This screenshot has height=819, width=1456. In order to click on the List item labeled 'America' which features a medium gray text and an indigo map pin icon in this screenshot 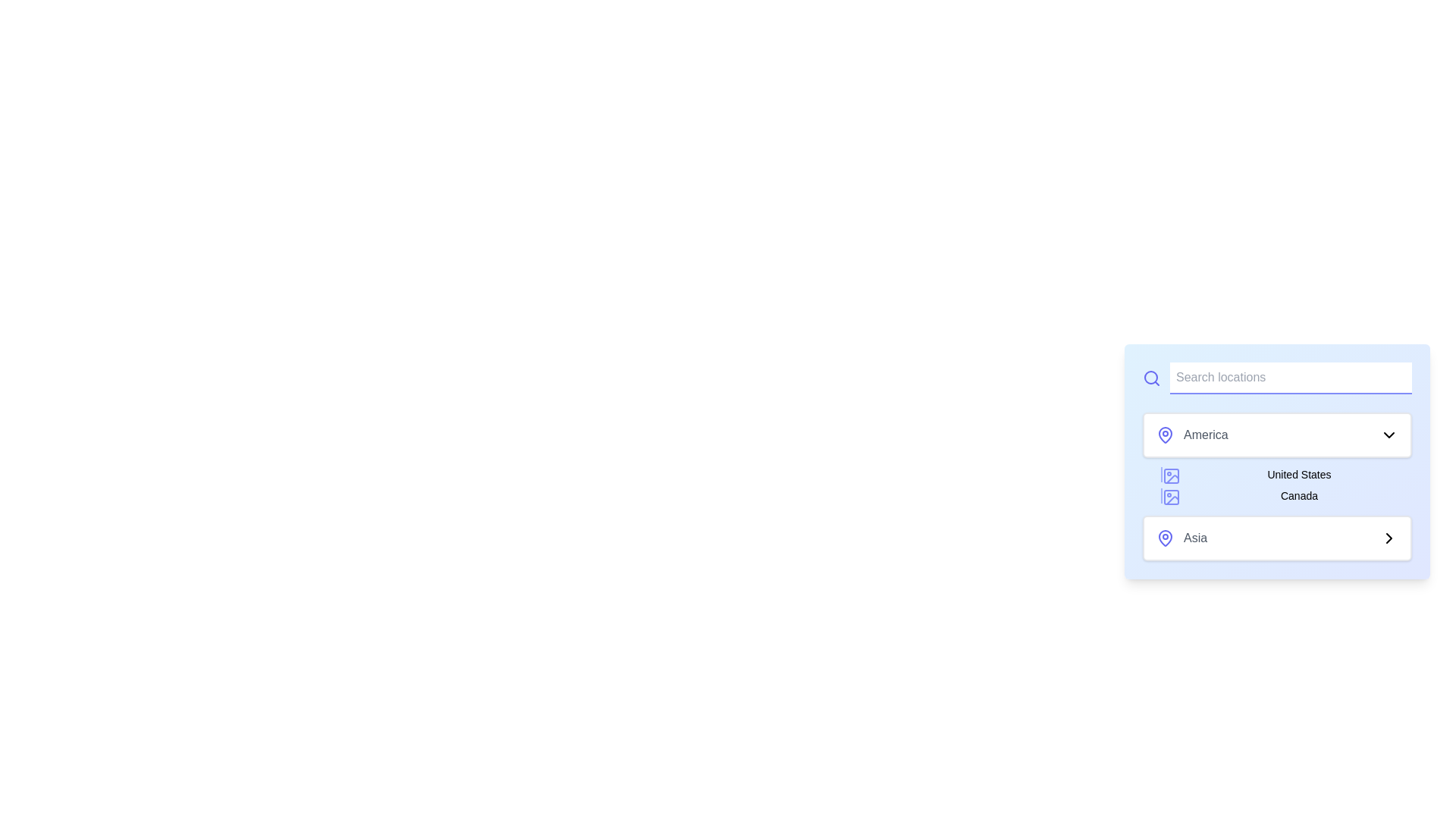, I will do `click(1191, 435)`.